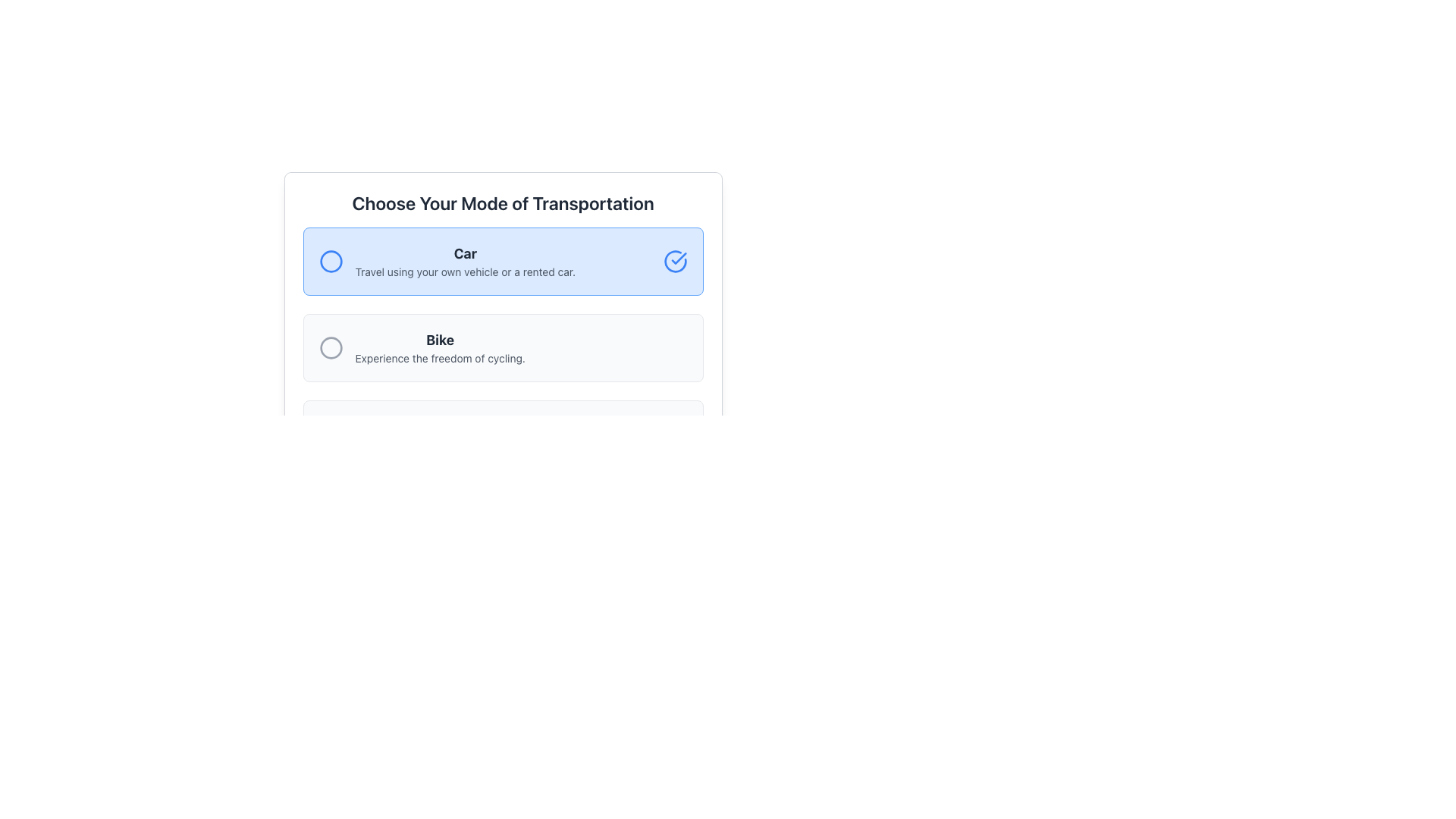 This screenshot has height=819, width=1456. I want to click on the checkmark icon located at the far right side of the 'Car' option button group under the 'Choose Your Mode of Transportation' heading, so click(678, 257).